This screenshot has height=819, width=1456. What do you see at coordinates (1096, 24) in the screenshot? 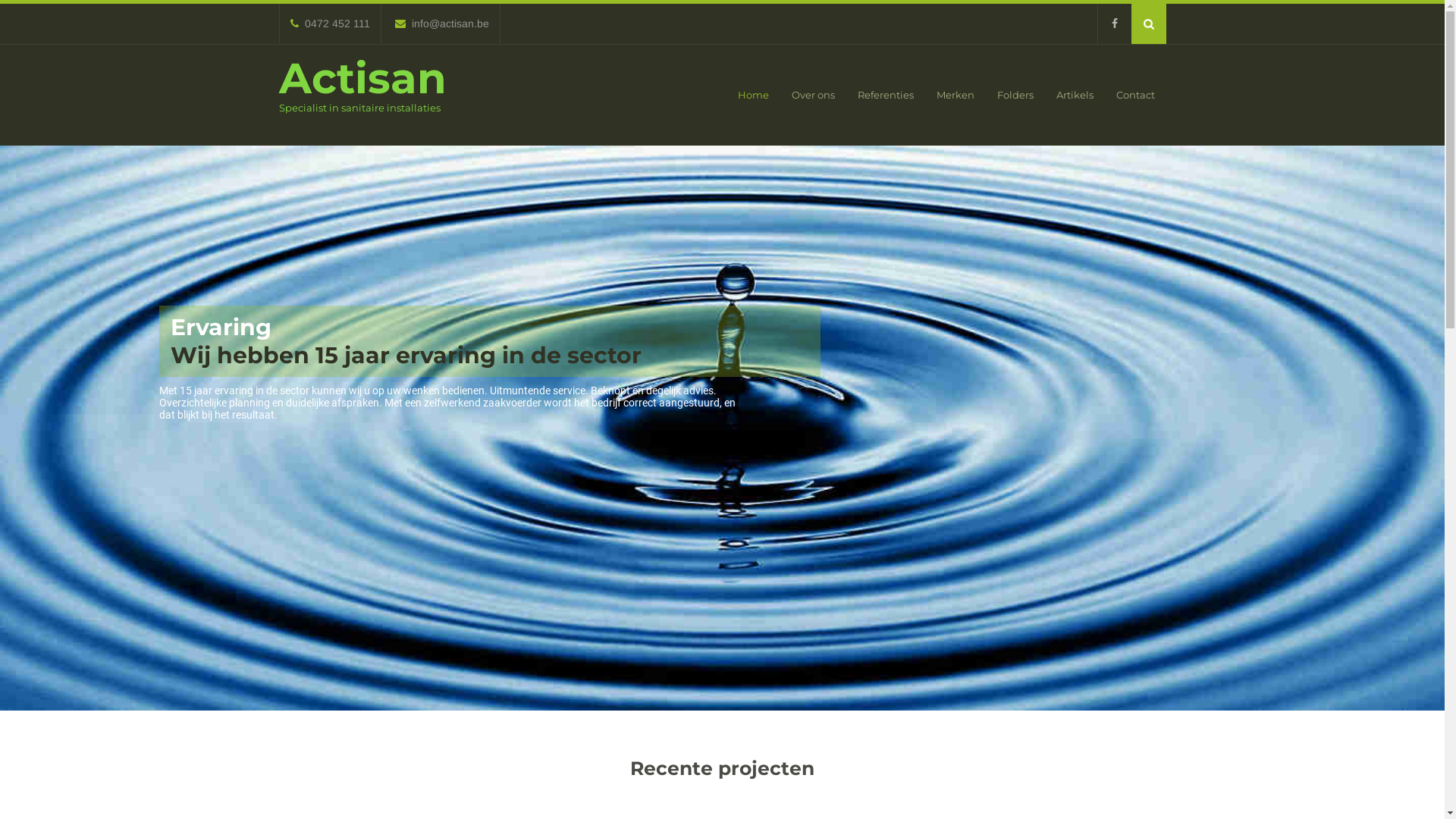
I see `'facebook'` at bounding box center [1096, 24].